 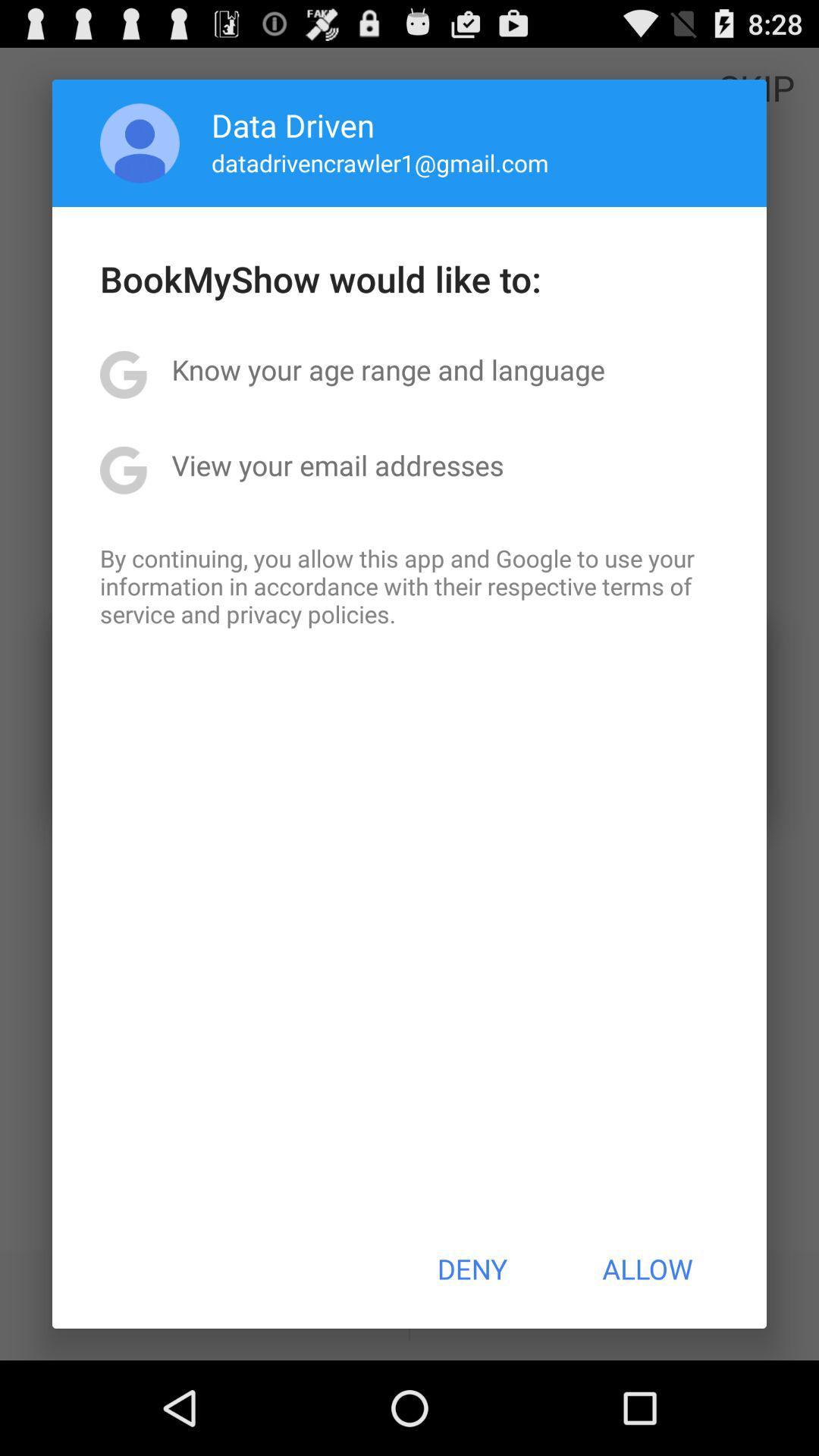 What do you see at coordinates (471, 1269) in the screenshot?
I see `button next to allow` at bounding box center [471, 1269].